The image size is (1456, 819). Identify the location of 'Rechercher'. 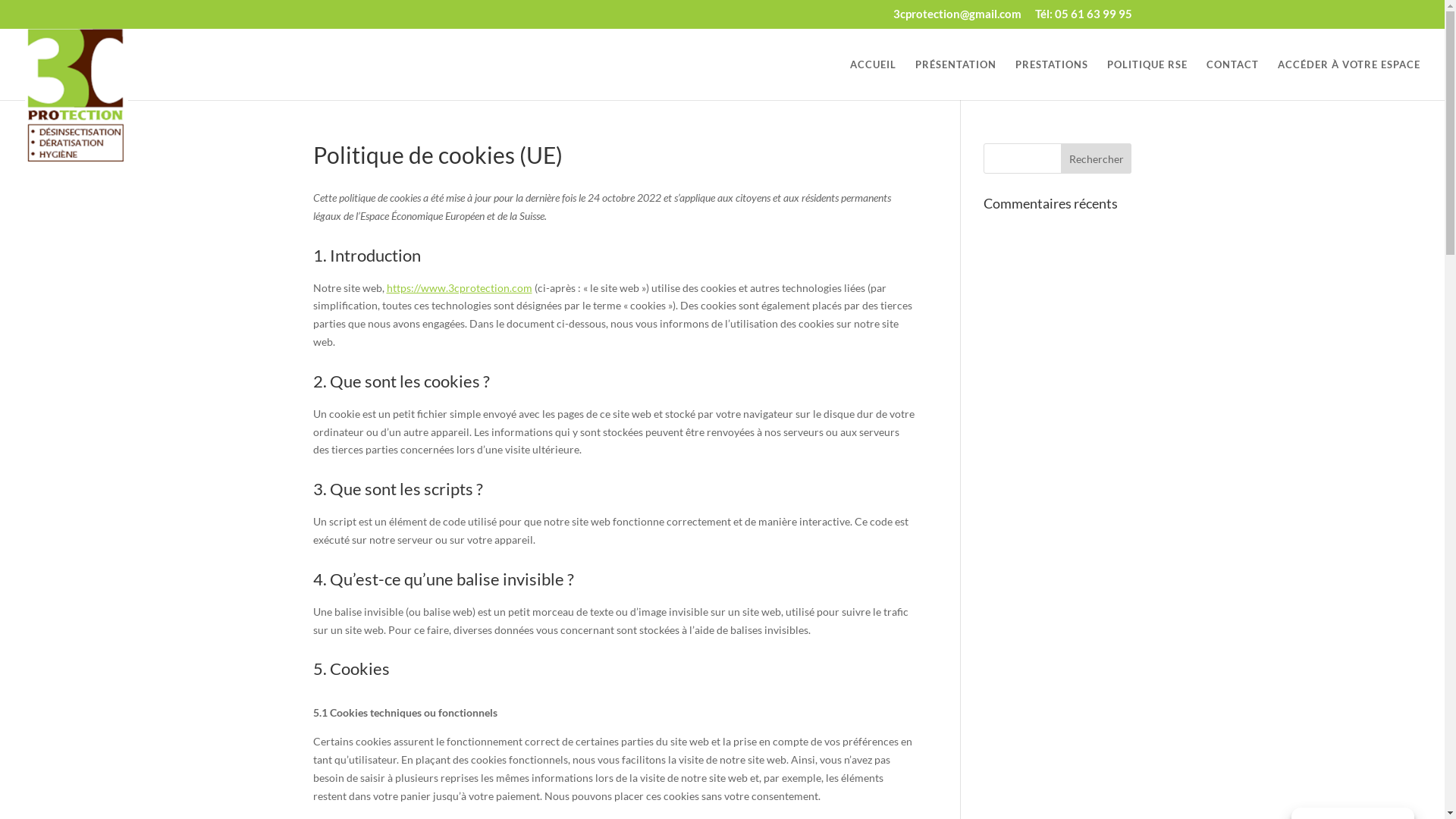
(1096, 158).